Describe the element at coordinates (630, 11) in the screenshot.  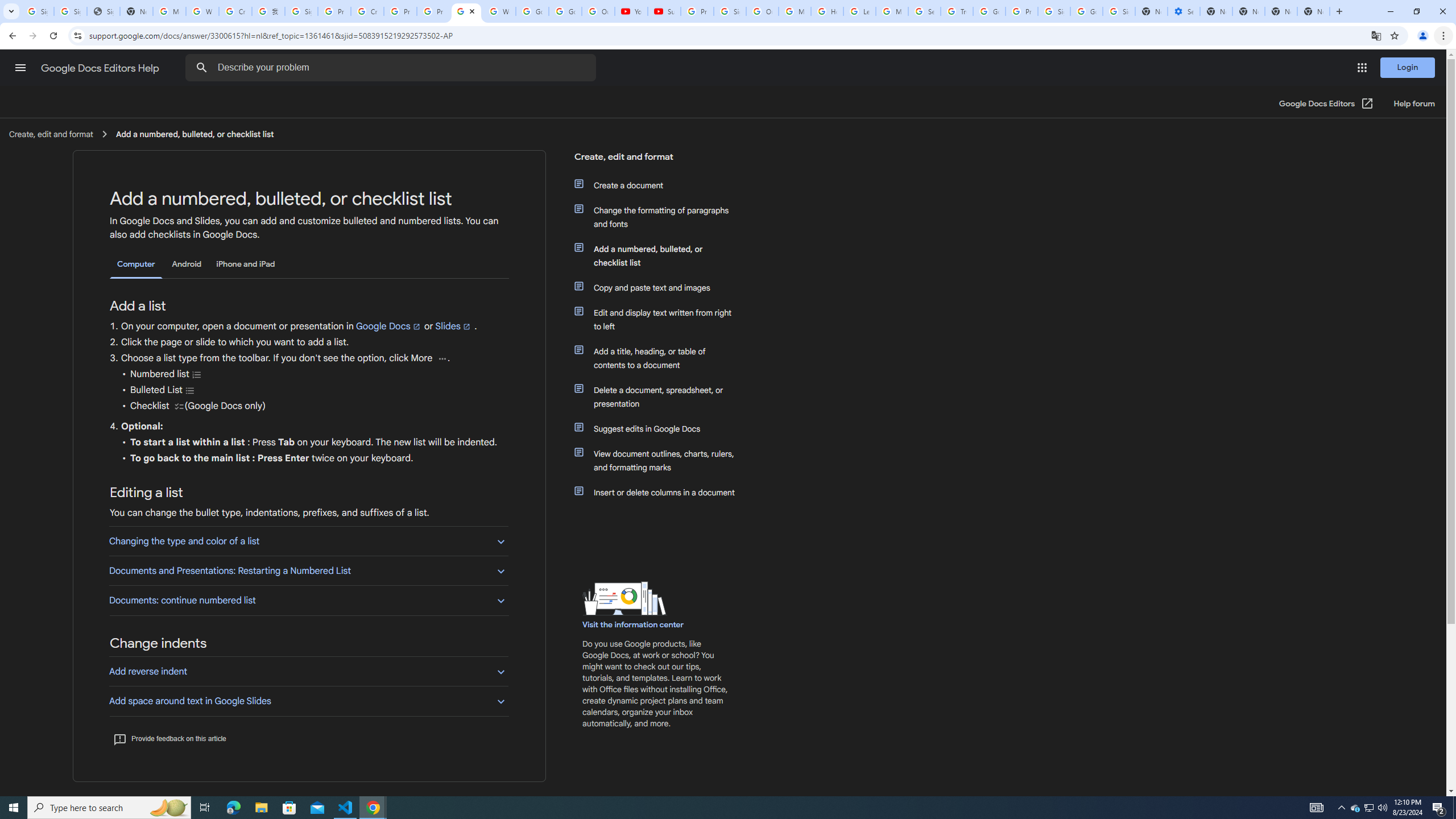
I see `'YouTube'` at that location.